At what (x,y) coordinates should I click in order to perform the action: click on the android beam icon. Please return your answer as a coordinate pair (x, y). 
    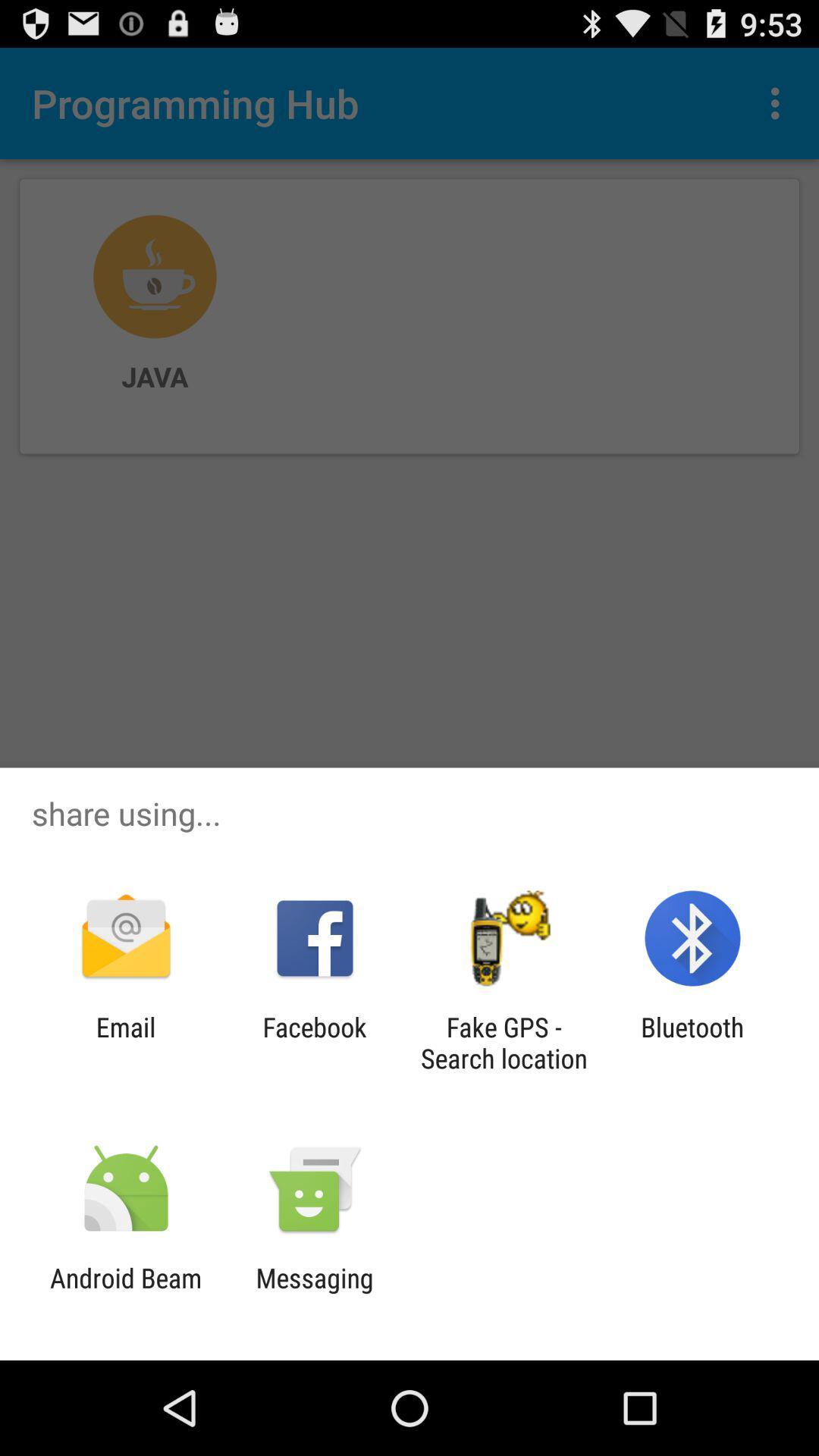
    Looking at the image, I should click on (125, 1293).